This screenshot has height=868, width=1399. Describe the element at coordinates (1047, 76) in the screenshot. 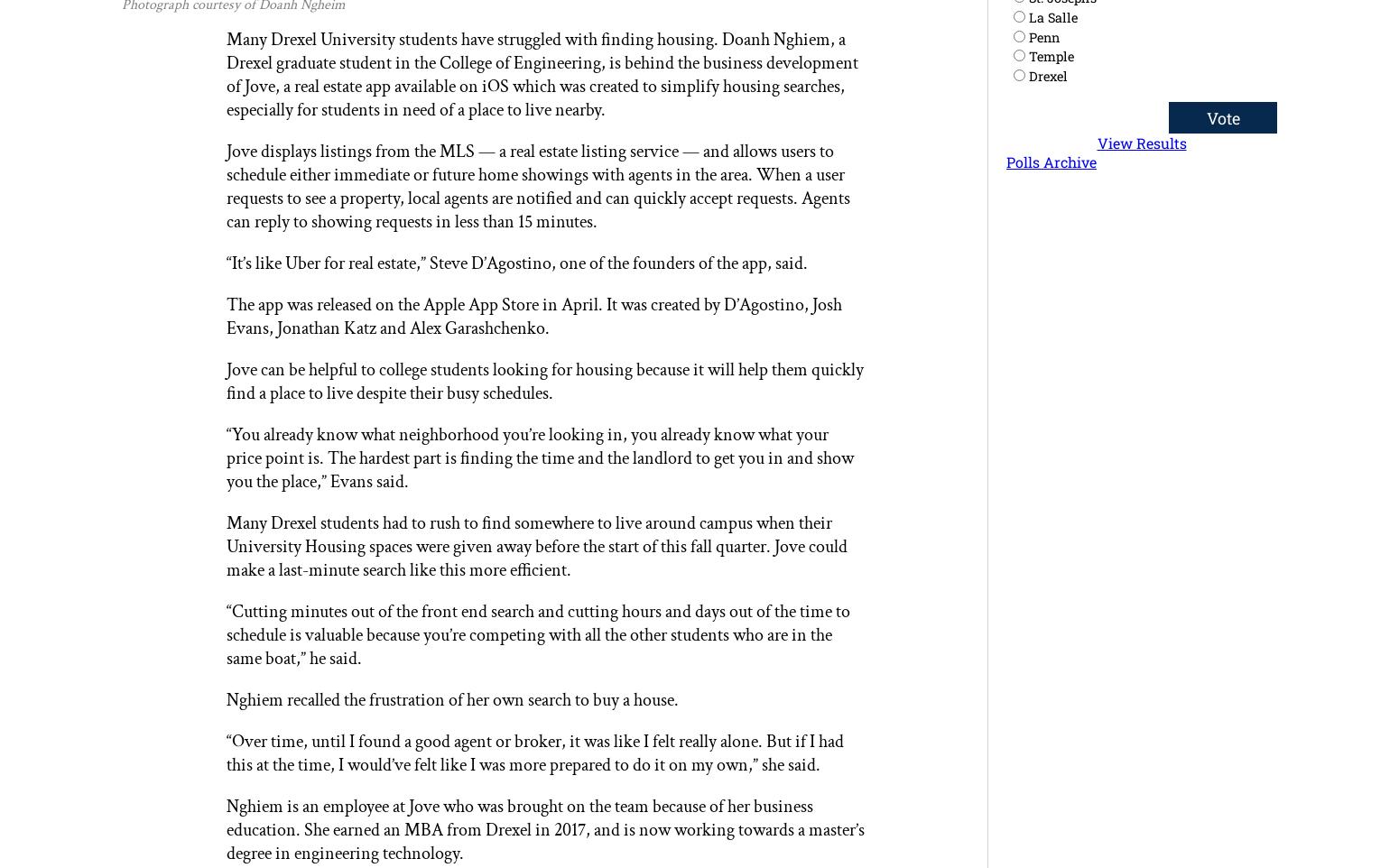

I see `'Drexel'` at that location.